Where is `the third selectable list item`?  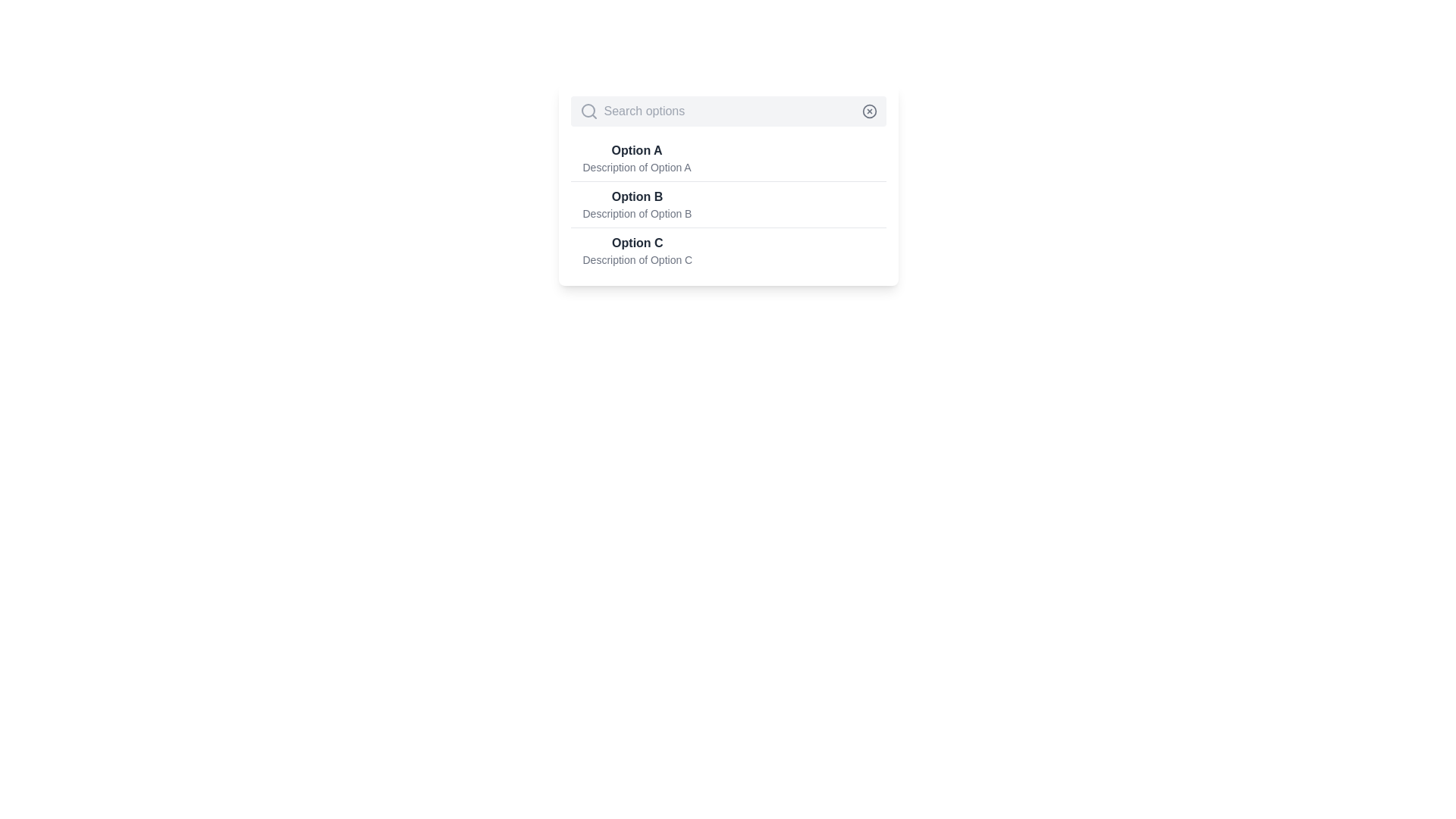 the third selectable list item is located at coordinates (637, 250).